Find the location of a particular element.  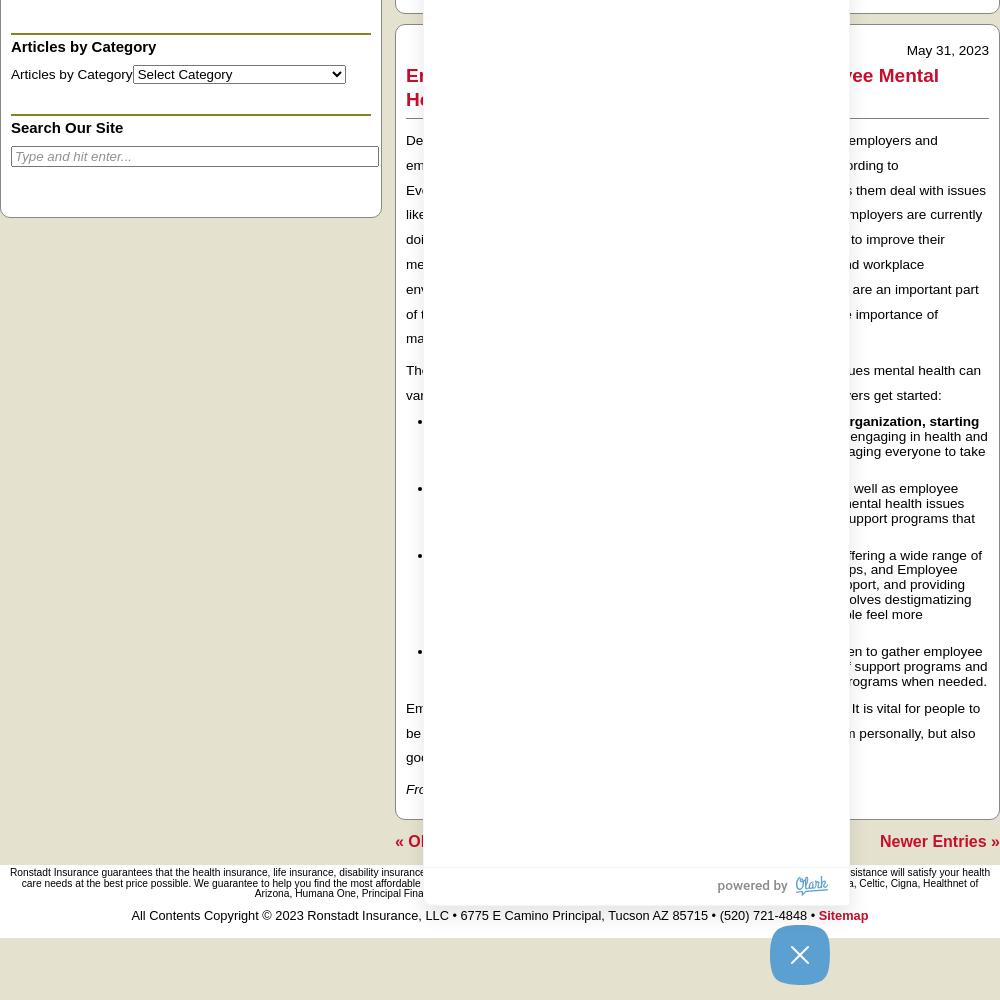

'Demonstrate a commitment to mental health at all levels of the organization, starting at the top.' is located at coordinates (433, 429).